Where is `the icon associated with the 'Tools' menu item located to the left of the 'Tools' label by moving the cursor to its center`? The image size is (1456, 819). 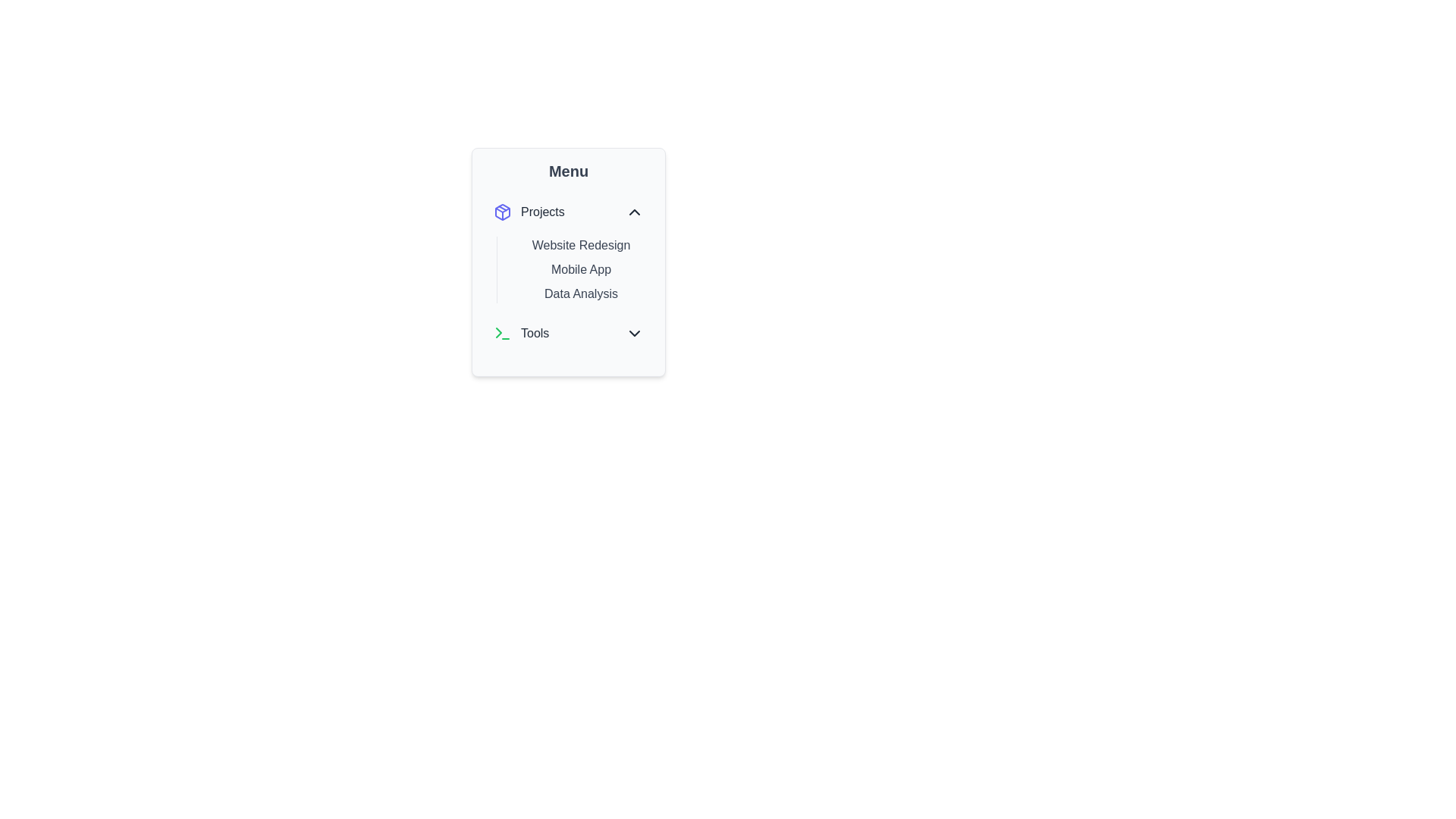
the icon associated with the 'Tools' menu item located to the left of the 'Tools' label by moving the cursor to its center is located at coordinates (502, 332).